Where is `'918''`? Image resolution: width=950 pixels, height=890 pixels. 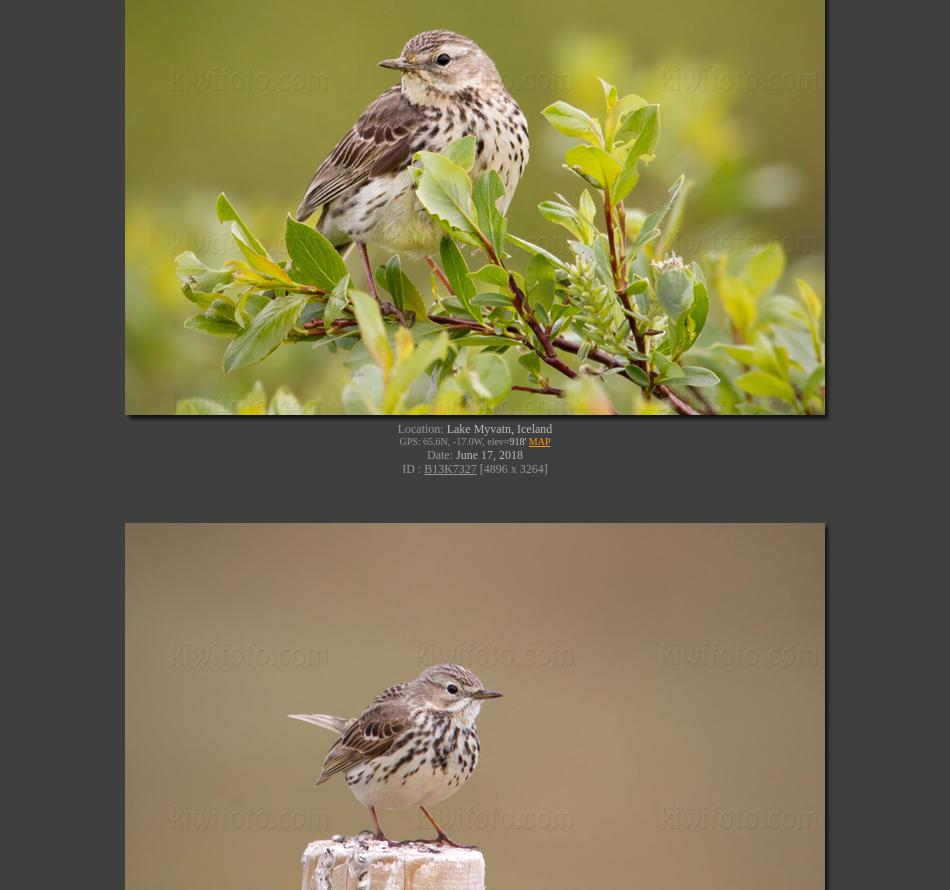
'918'' is located at coordinates (517, 440).